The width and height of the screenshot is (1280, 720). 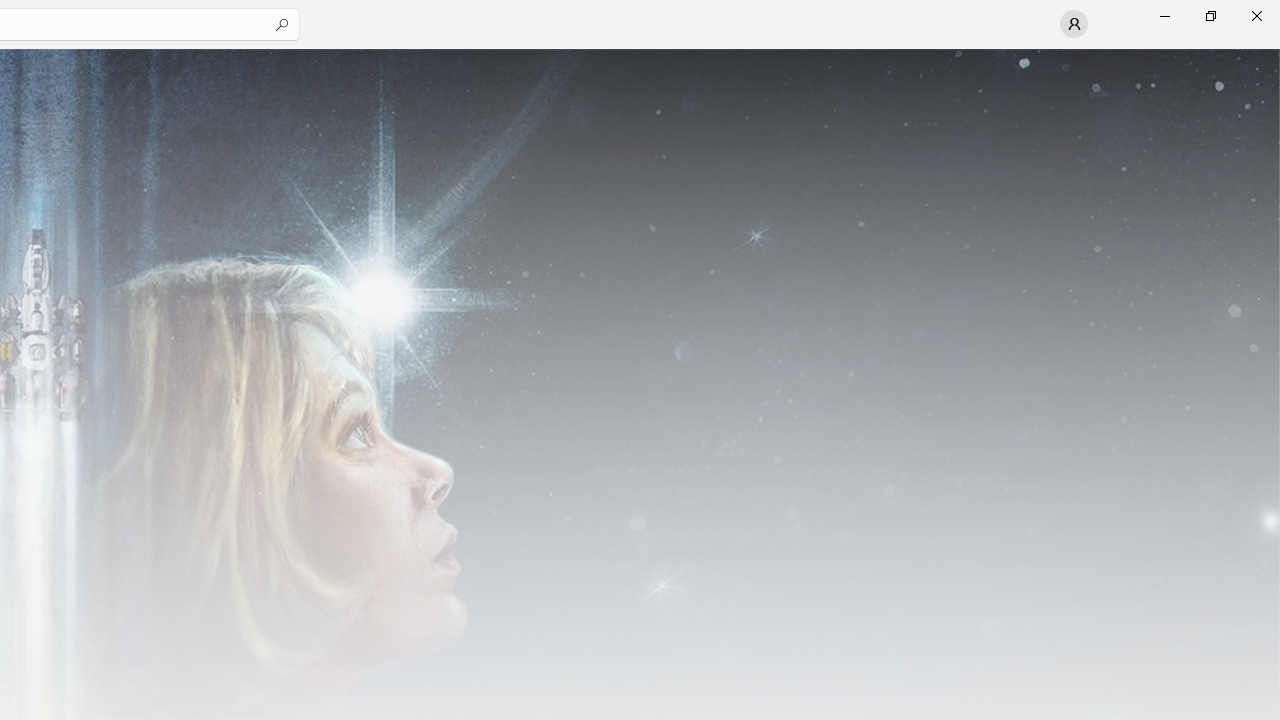 I want to click on 'Restore Microsoft Store', so click(x=1209, y=15).